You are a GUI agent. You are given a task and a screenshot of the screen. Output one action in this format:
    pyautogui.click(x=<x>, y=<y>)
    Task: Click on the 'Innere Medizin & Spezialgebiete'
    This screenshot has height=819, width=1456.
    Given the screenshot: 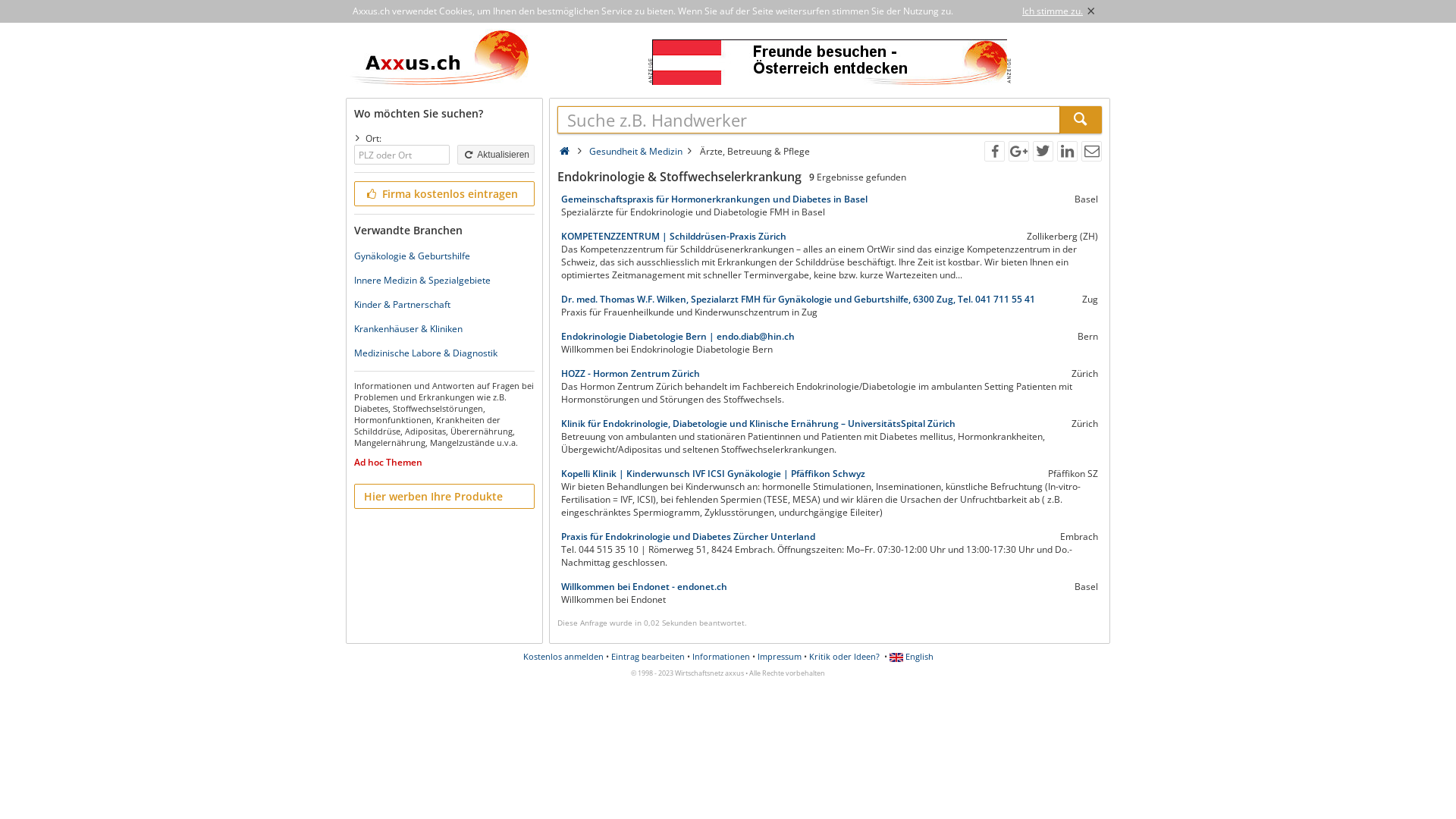 What is the action you would take?
    pyautogui.click(x=422, y=280)
    